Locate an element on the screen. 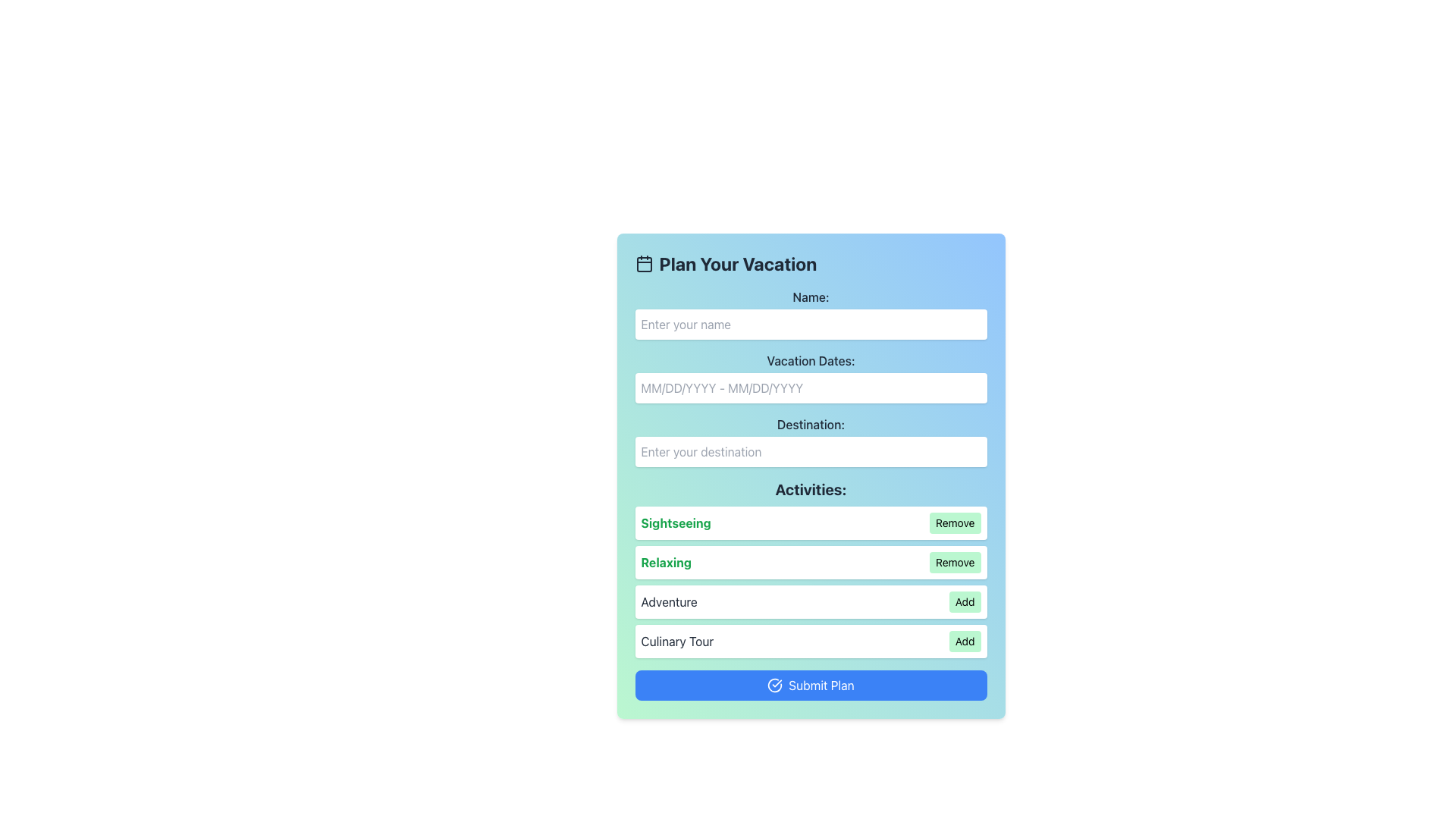 This screenshot has width=1456, height=819. the 'Sightseeing' text label, which is styled in green and bold, located within a white horizontal bar on the left side of the 'SightseeingRemove' bar in the 'Activities' list is located at coordinates (675, 522).